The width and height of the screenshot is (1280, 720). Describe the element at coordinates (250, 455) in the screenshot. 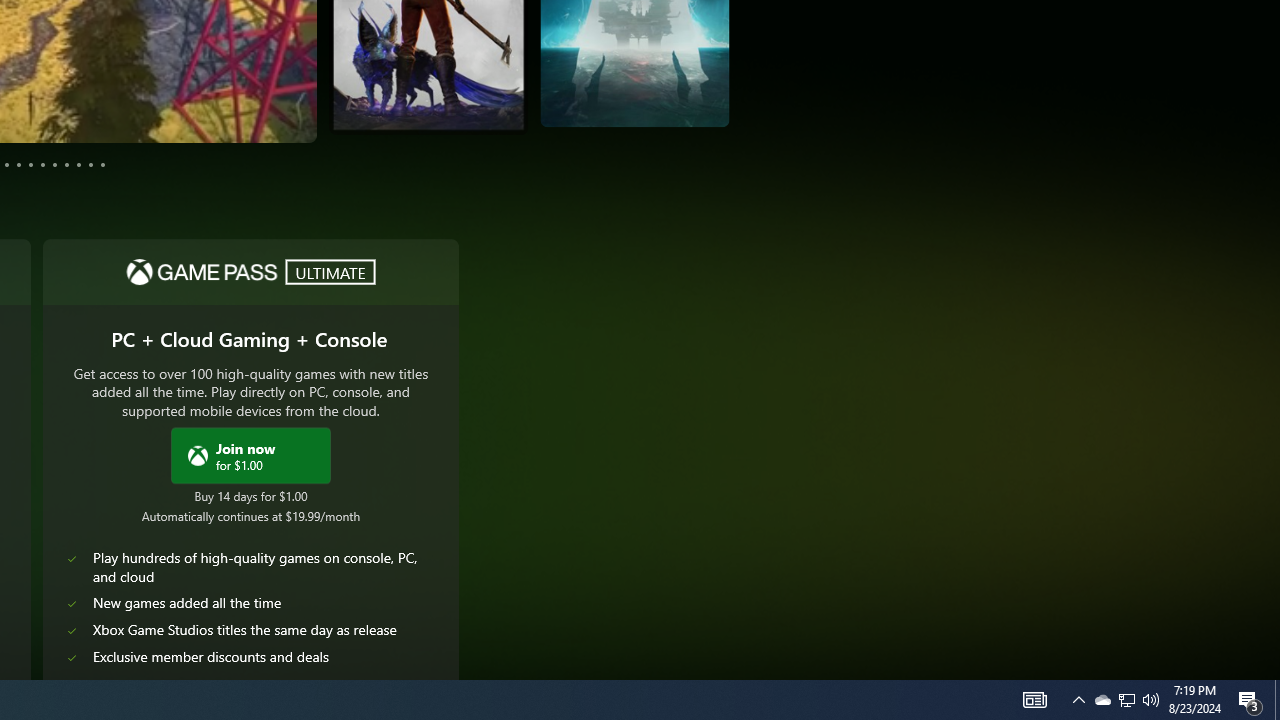

I see `'Join Xbox Game Pass Ultimate now for $1.00'` at that location.